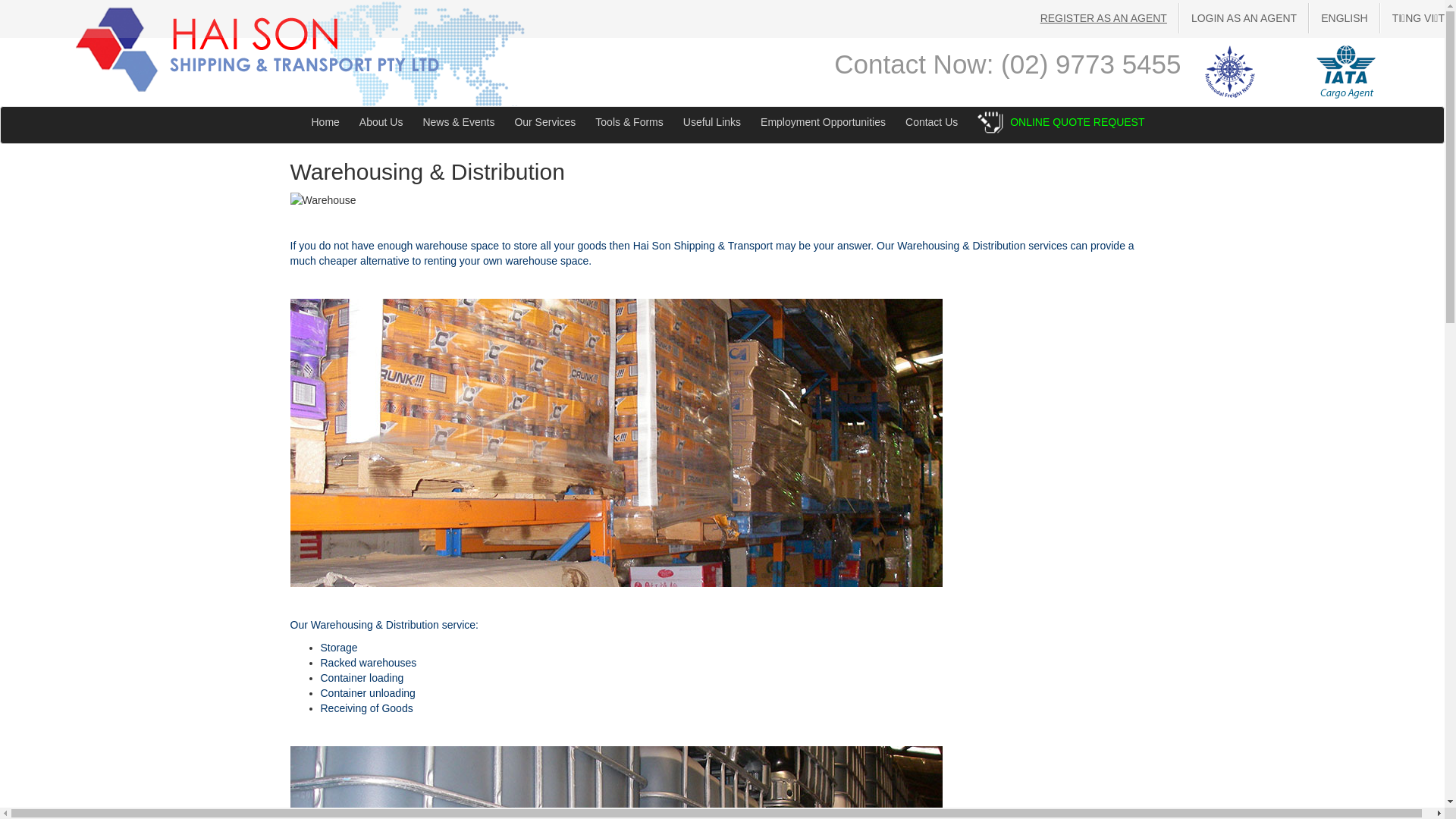  I want to click on 'ONLINE QUOTE REQUEST', so click(1076, 121).